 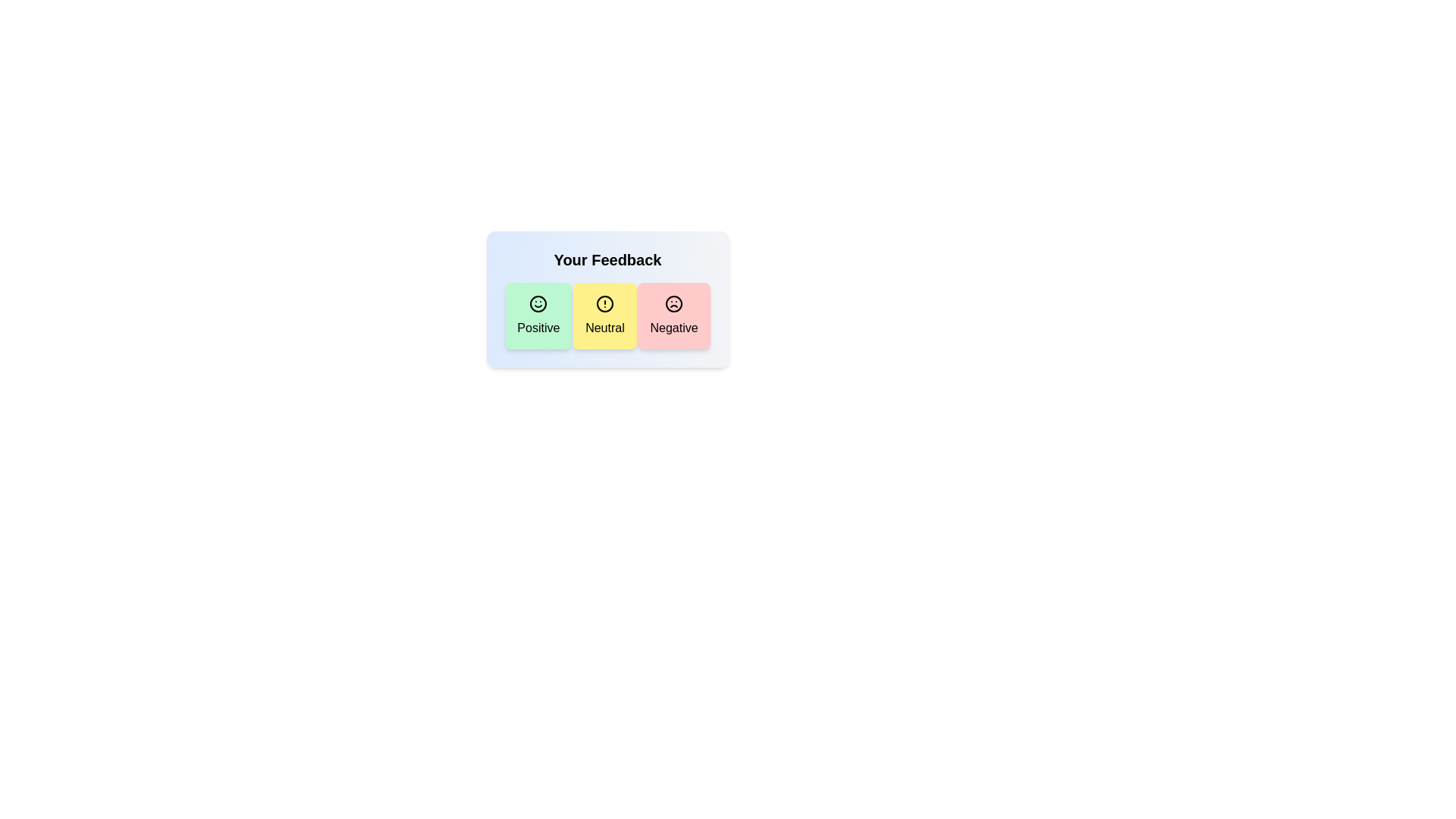 What do you see at coordinates (673, 304) in the screenshot?
I see `the frowning face icon within the red feedback box labeled 'Negative'` at bounding box center [673, 304].